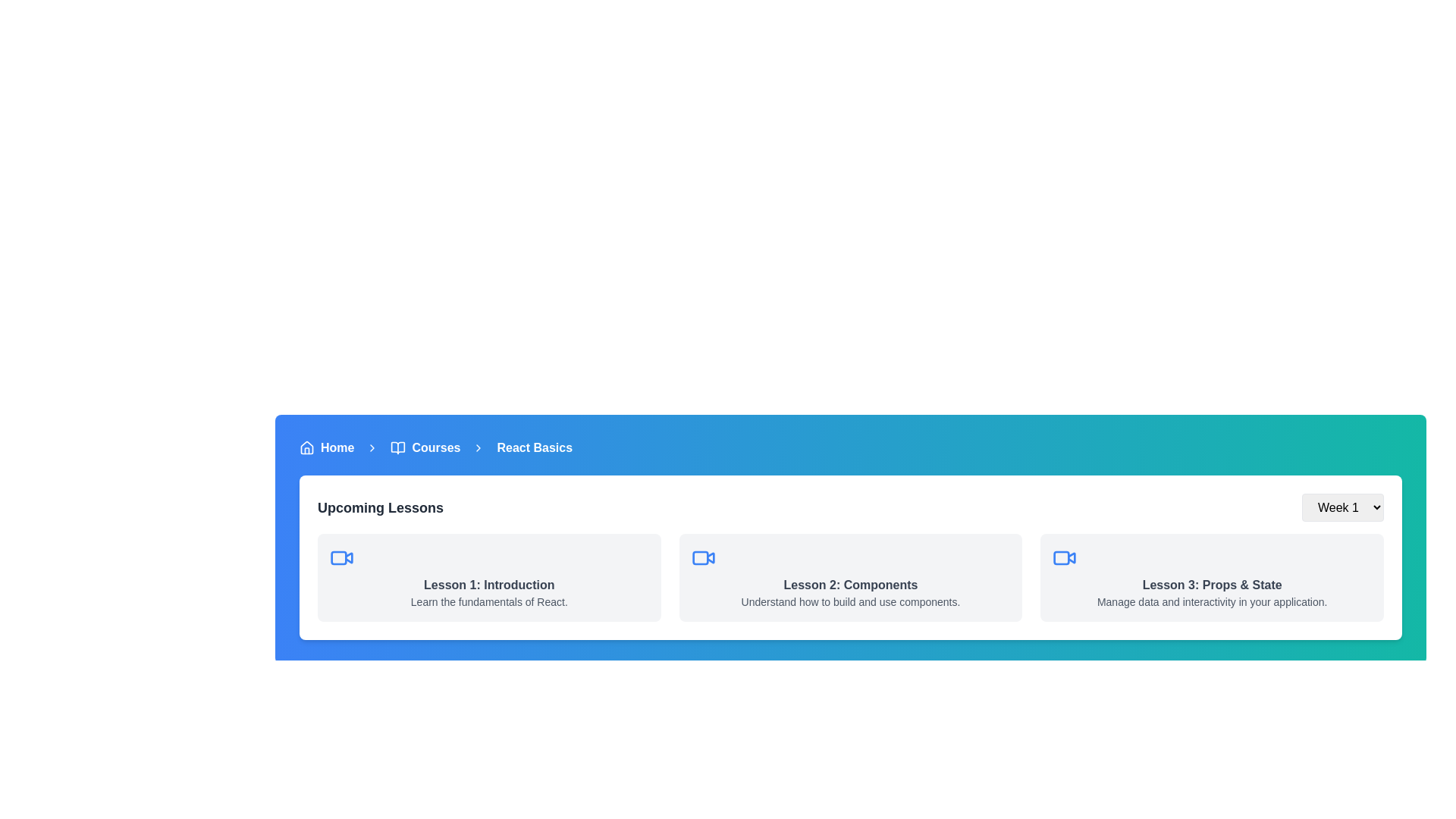 Image resolution: width=1456 pixels, height=819 pixels. I want to click on the navigational icon representing books or lessons located in the breadcrumb navigation bar, which is the second icon from the left, so click(398, 447).